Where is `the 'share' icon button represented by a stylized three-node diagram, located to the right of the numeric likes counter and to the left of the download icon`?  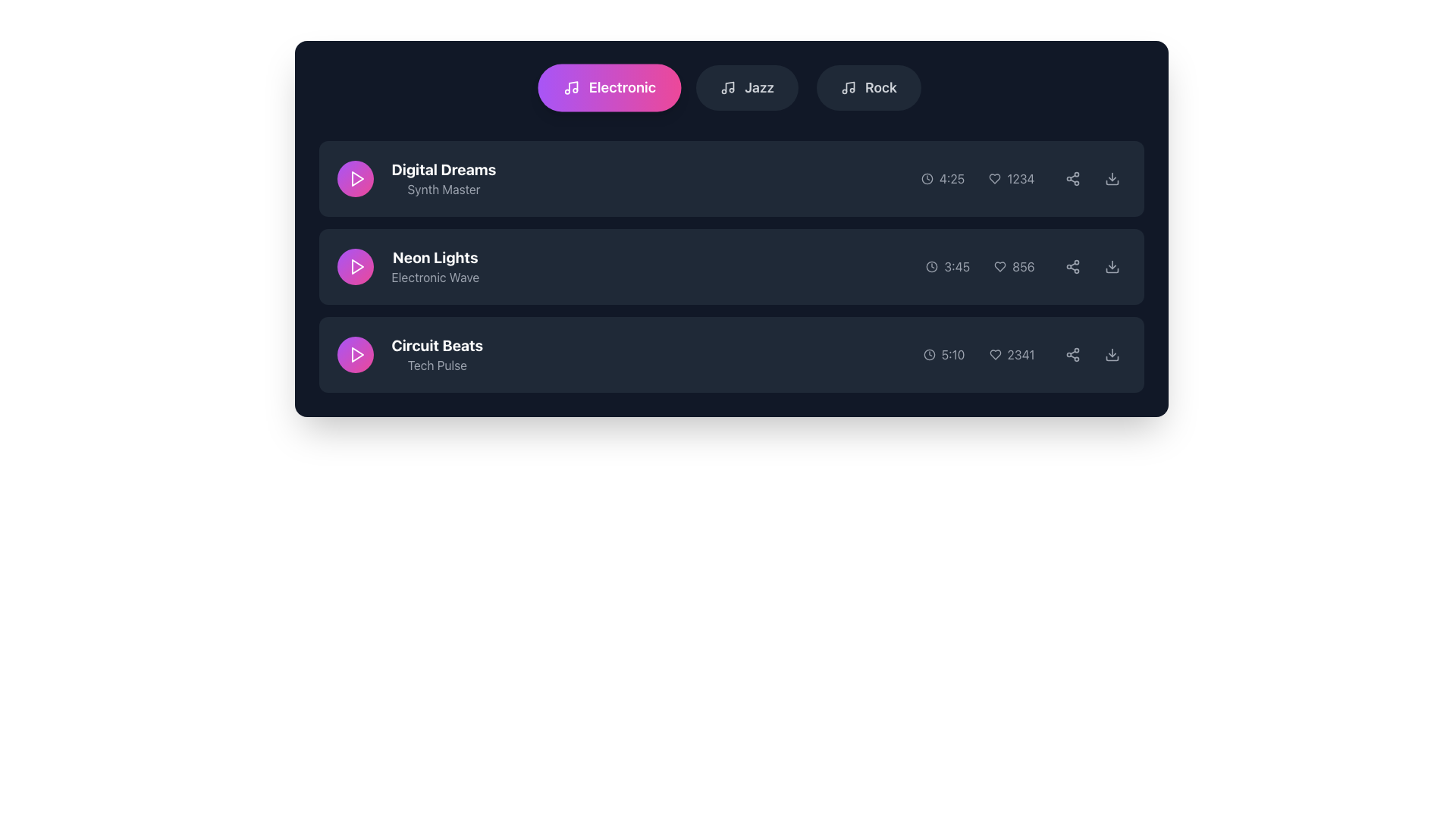
the 'share' icon button represented by a stylized three-node diagram, located to the right of the numeric likes counter and to the left of the download icon is located at coordinates (1072, 265).